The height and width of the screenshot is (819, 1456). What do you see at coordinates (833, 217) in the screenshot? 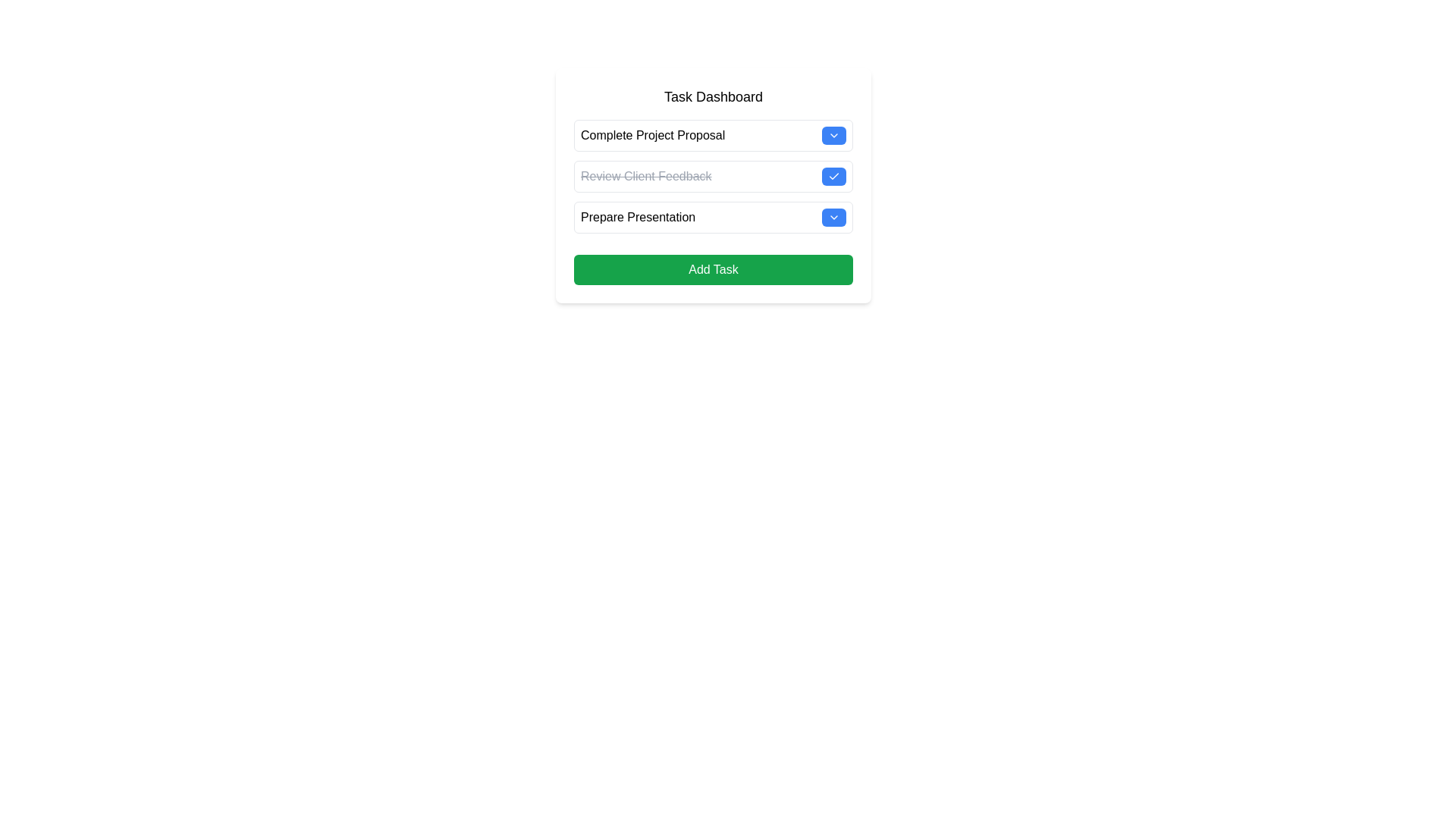
I see `the Dropdown toggle button located to the right of the 'Prepare Presentation' task label` at bounding box center [833, 217].